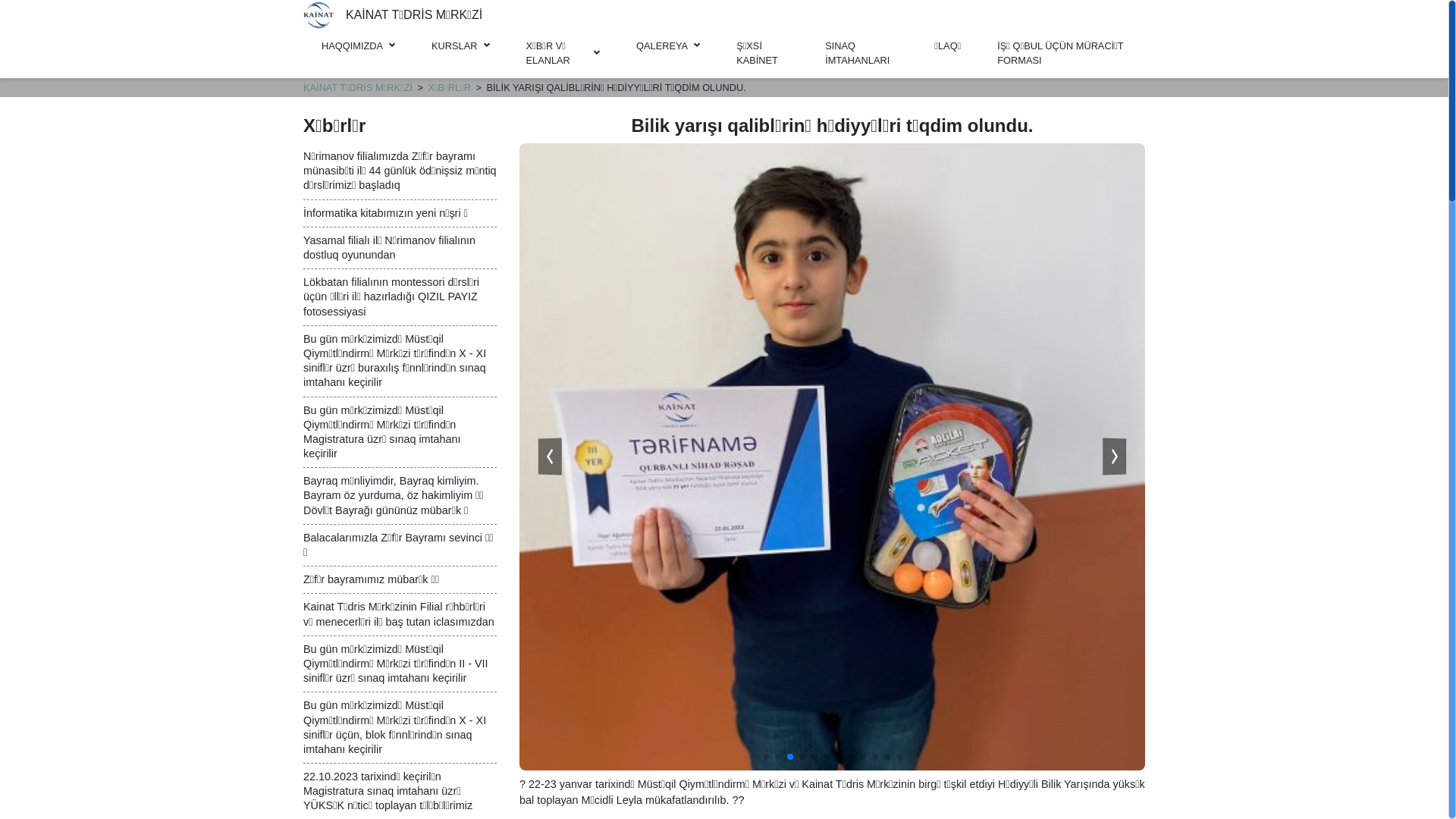  What do you see at coordinates (459, 45) in the screenshot?
I see `'KURSLAR'` at bounding box center [459, 45].